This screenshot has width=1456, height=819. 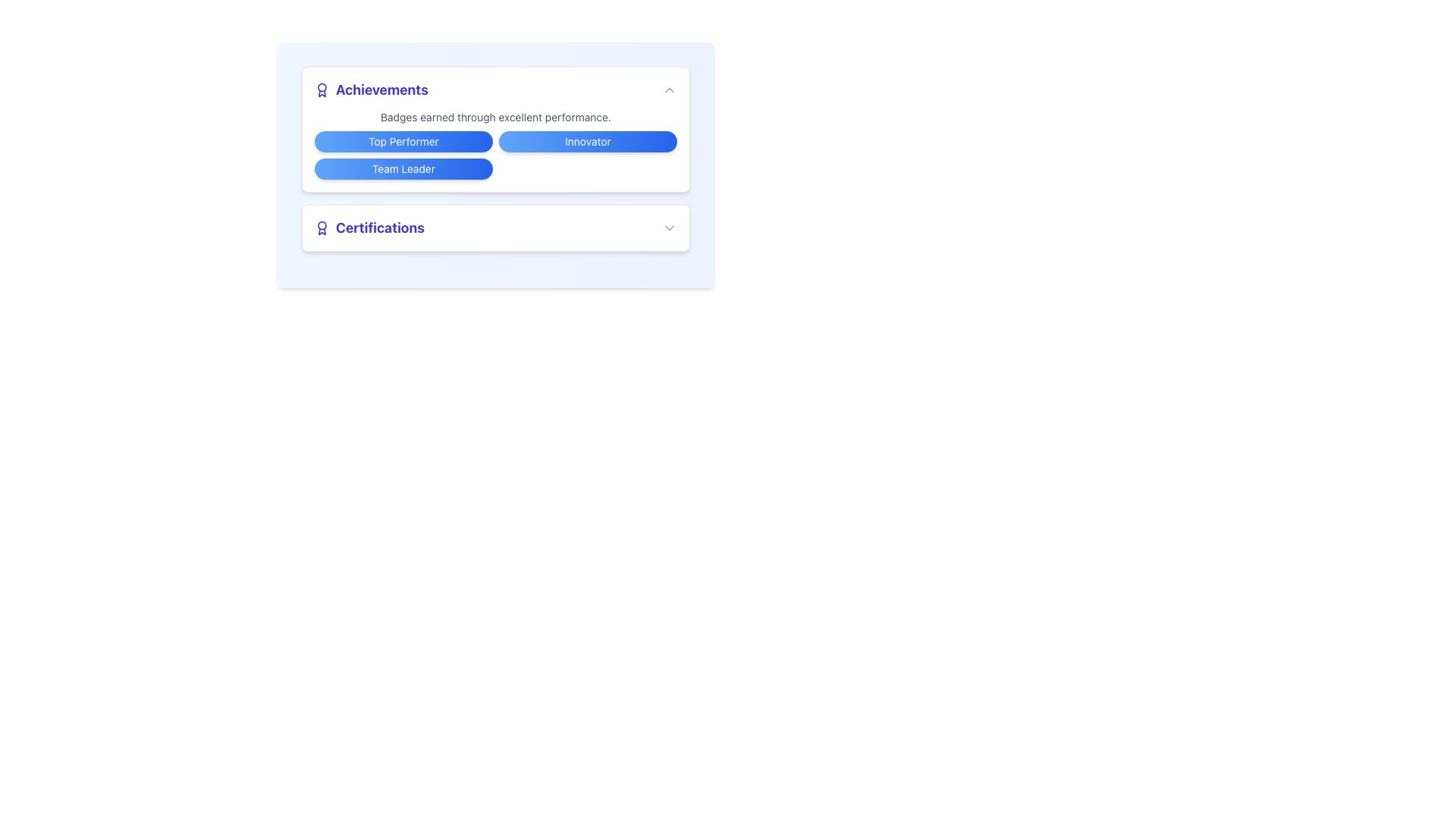 What do you see at coordinates (669, 227) in the screenshot?
I see `the IconButton (Chevron Down) located at the far right of the 'Certifications' section` at bounding box center [669, 227].